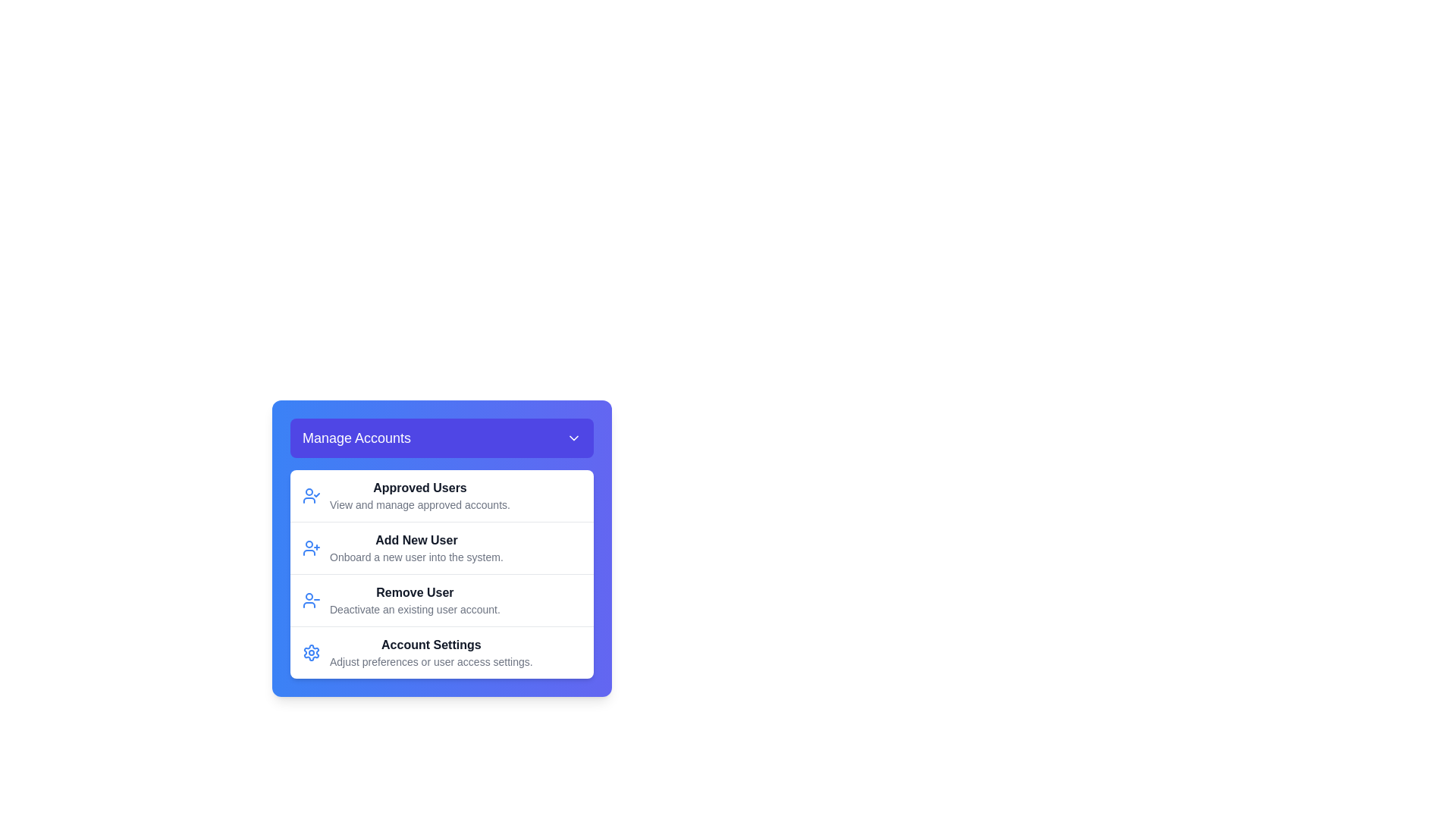 This screenshot has width=1456, height=819. Describe the element at coordinates (430, 645) in the screenshot. I see `the header text label for the last menu item in the 'Manage Accounts' panel, which describes adjusting preferences or user access settings` at that location.